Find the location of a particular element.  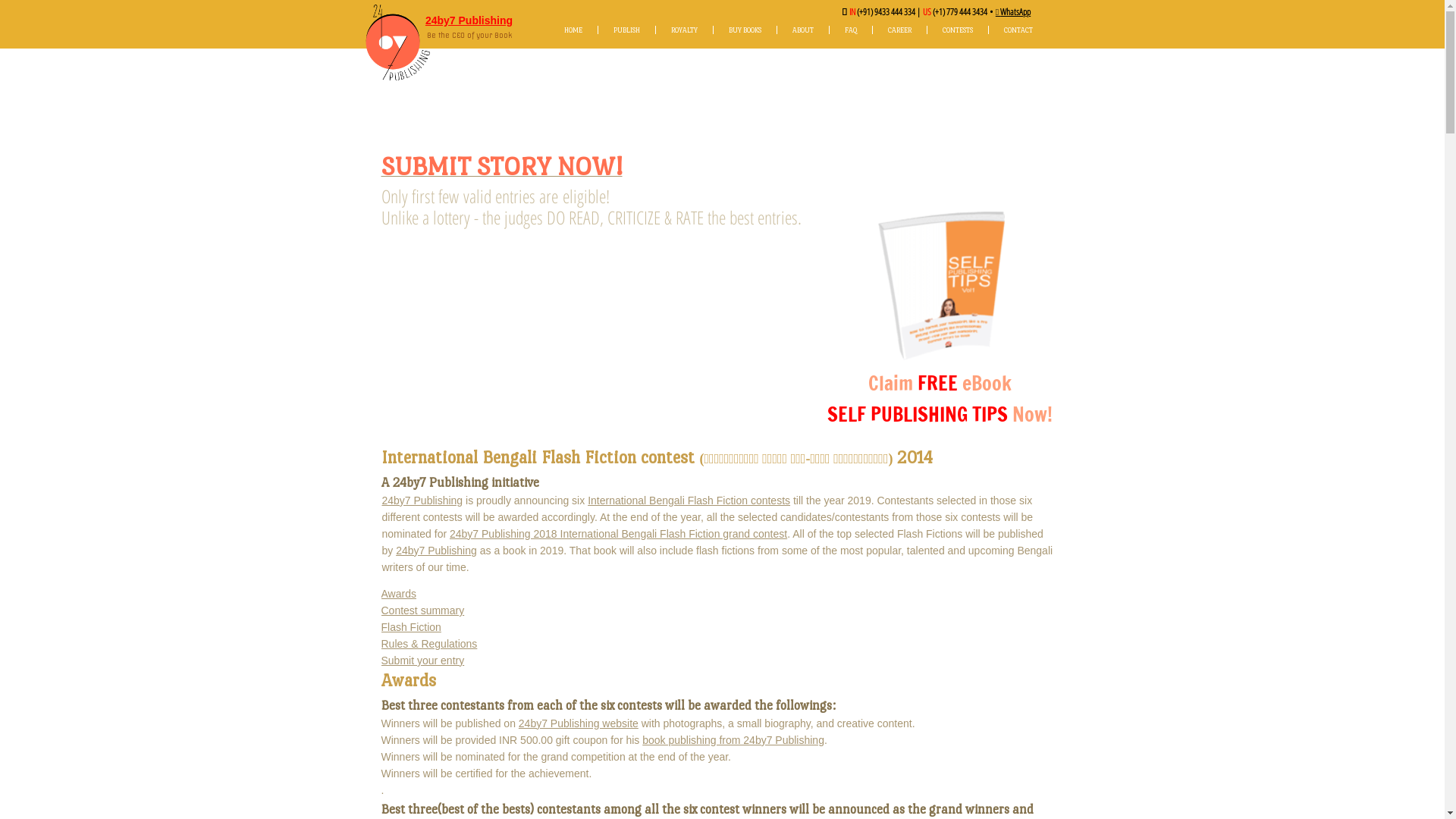

'Awards' is located at coordinates (381, 593).